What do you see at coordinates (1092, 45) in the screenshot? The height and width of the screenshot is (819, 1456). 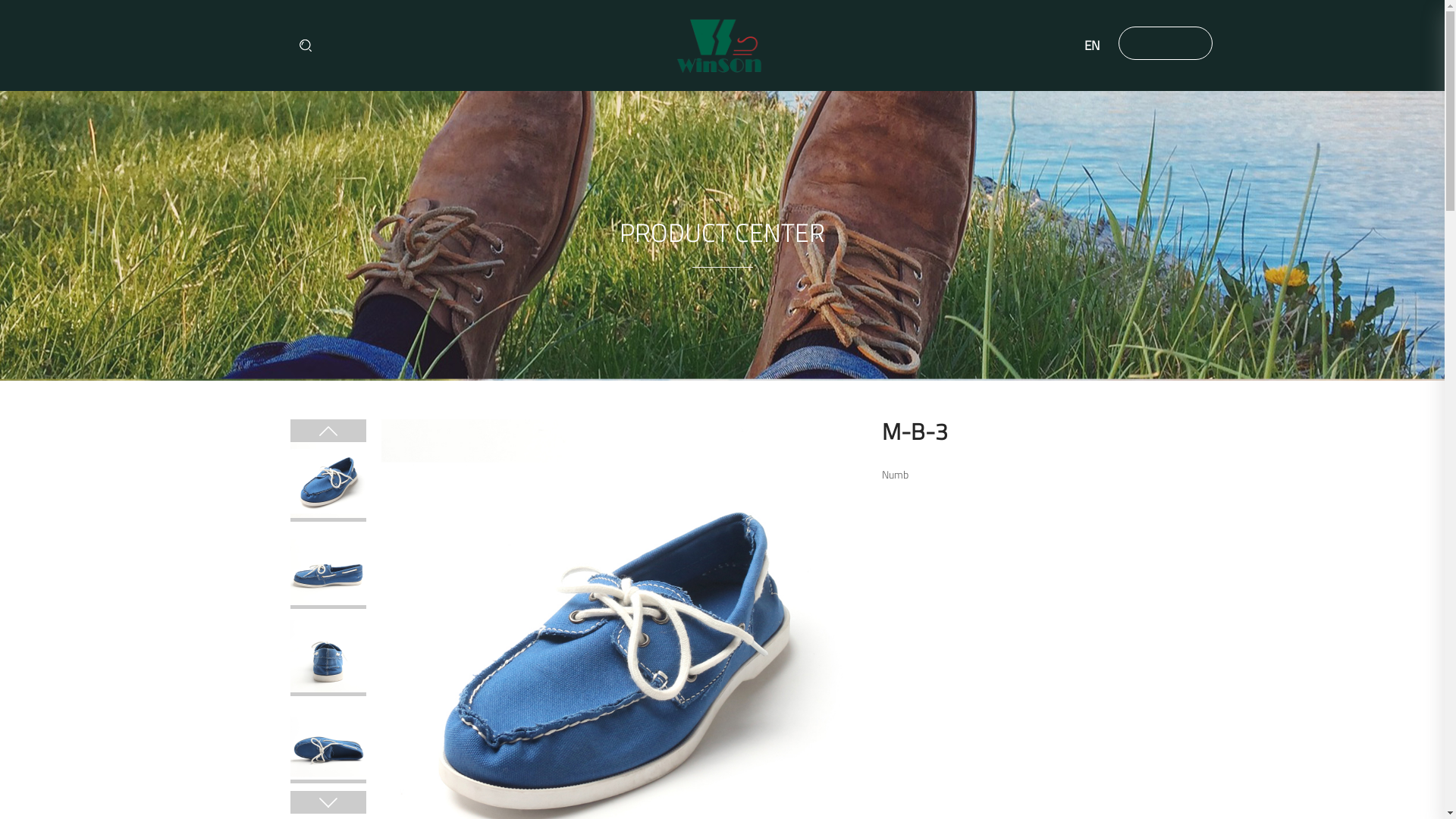 I see `'EN'` at bounding box center [1092, 45].